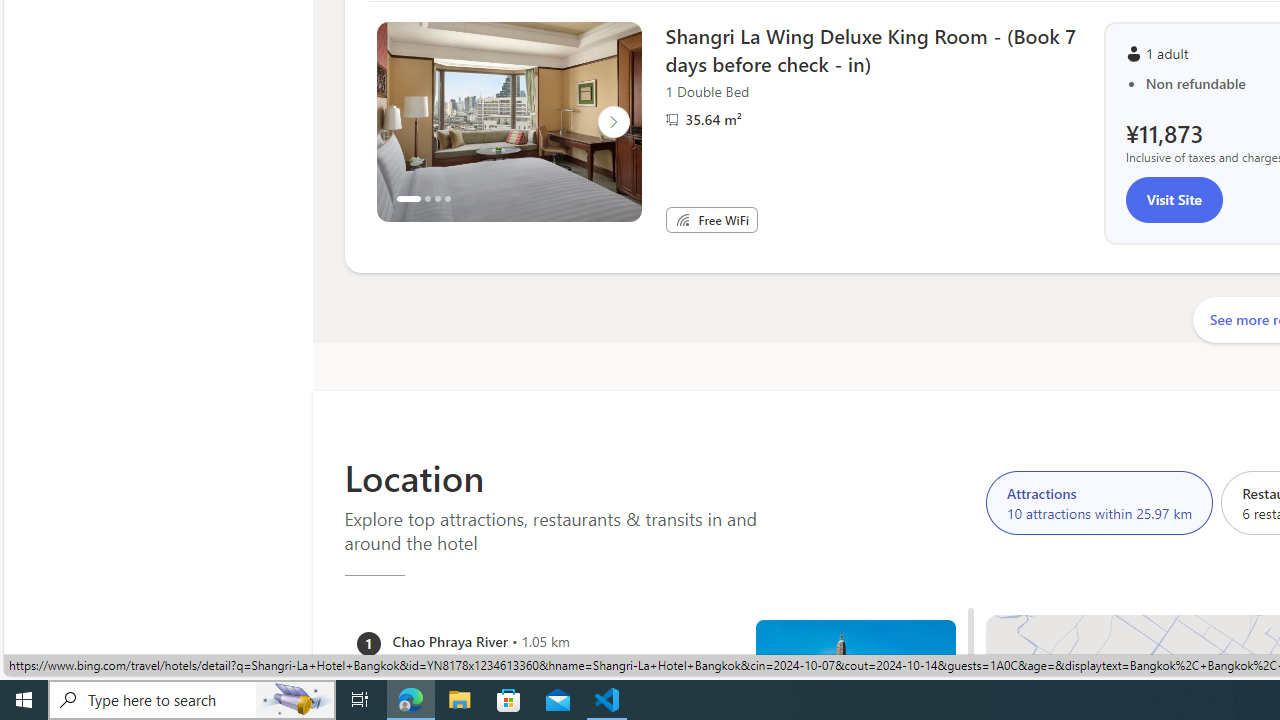  What do you see at coordinates (1173, 200) in the screenshot?
I see `'Visit Site'` at bounding box center [1173, 200].